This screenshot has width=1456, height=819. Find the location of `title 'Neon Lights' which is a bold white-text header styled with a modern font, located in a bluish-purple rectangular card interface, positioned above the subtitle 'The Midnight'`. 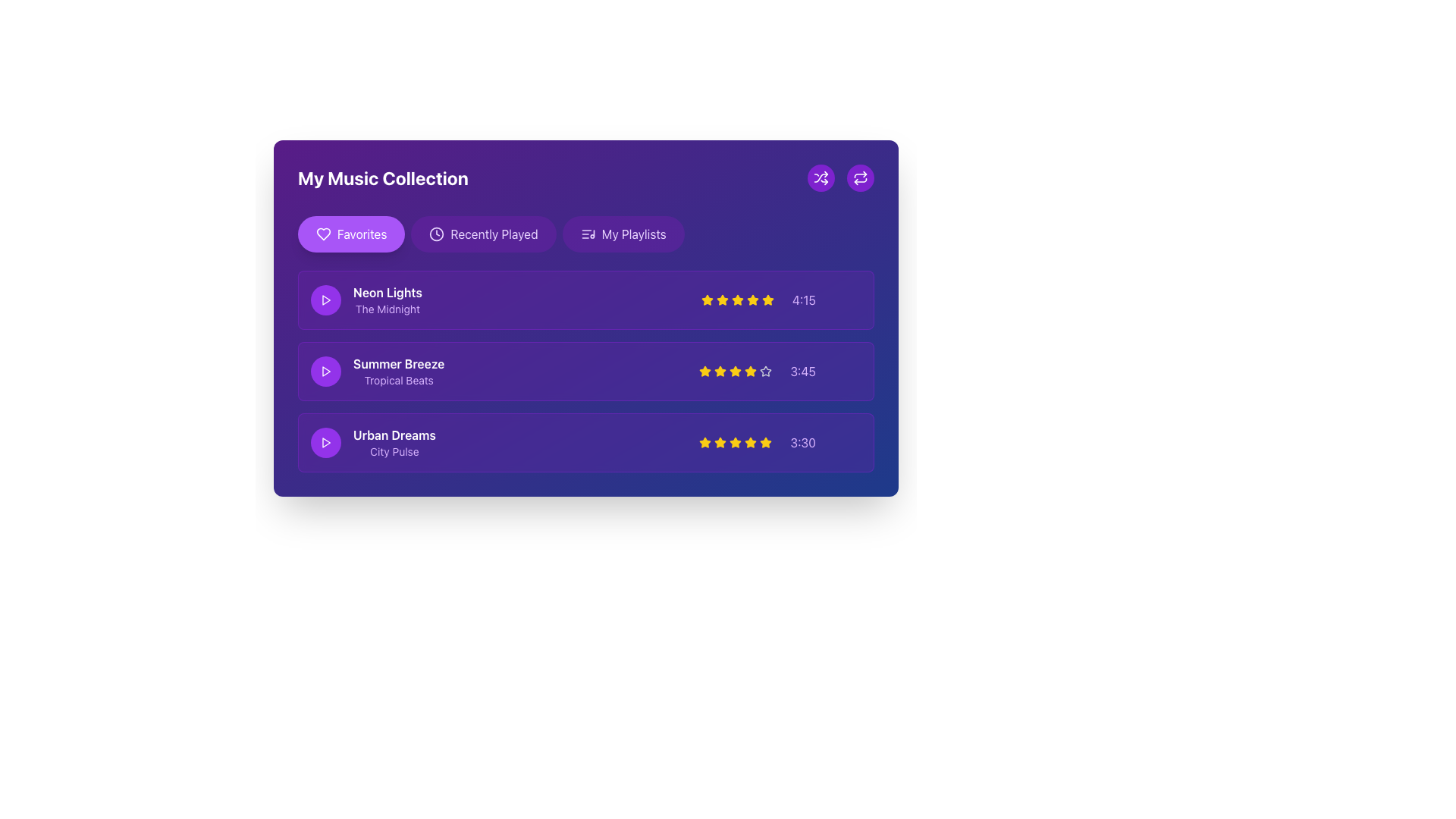

title 'Neon Lights' which is a bold white-text header styled with a modern font, located in a bluish-purple rectangular card interface, positioned above the subtitle 'The Midnight' is located at coordinates (388, 292).